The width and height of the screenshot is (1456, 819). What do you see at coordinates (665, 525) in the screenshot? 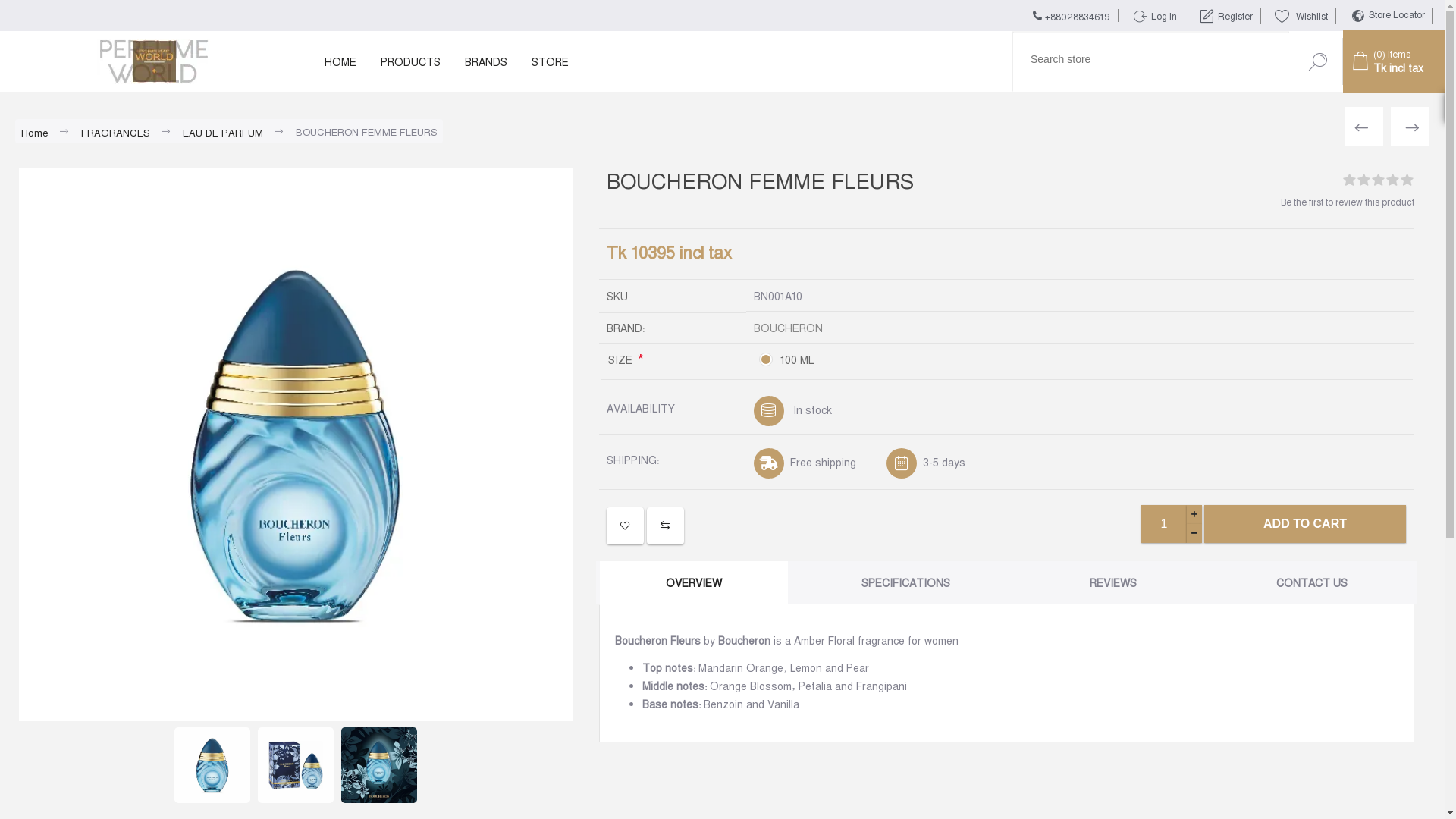
I see `'ADD TO COMPARE LIST'` at bounding box center [665, 525].